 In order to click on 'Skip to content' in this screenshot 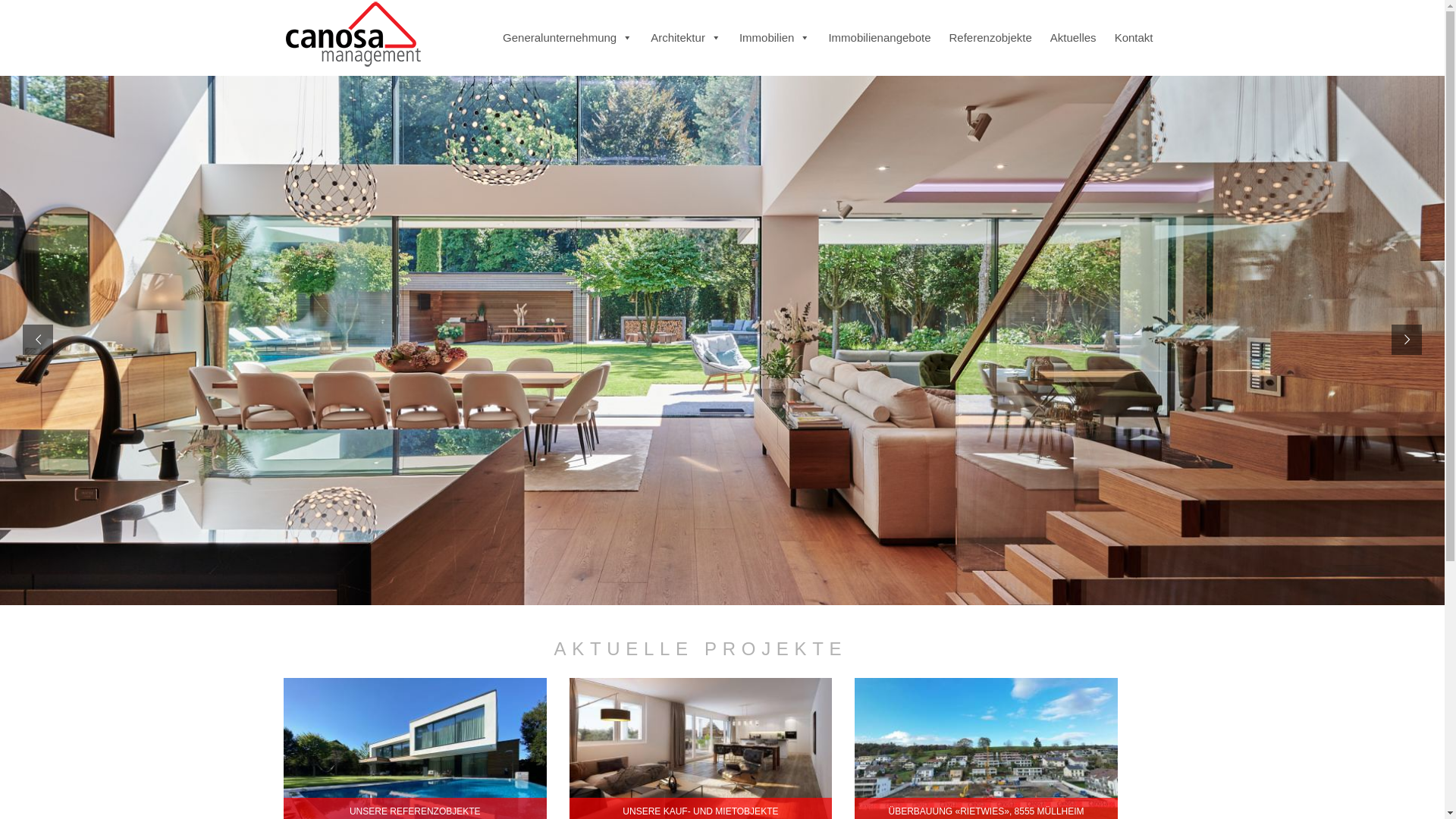, I will do `click(543, 11)`.